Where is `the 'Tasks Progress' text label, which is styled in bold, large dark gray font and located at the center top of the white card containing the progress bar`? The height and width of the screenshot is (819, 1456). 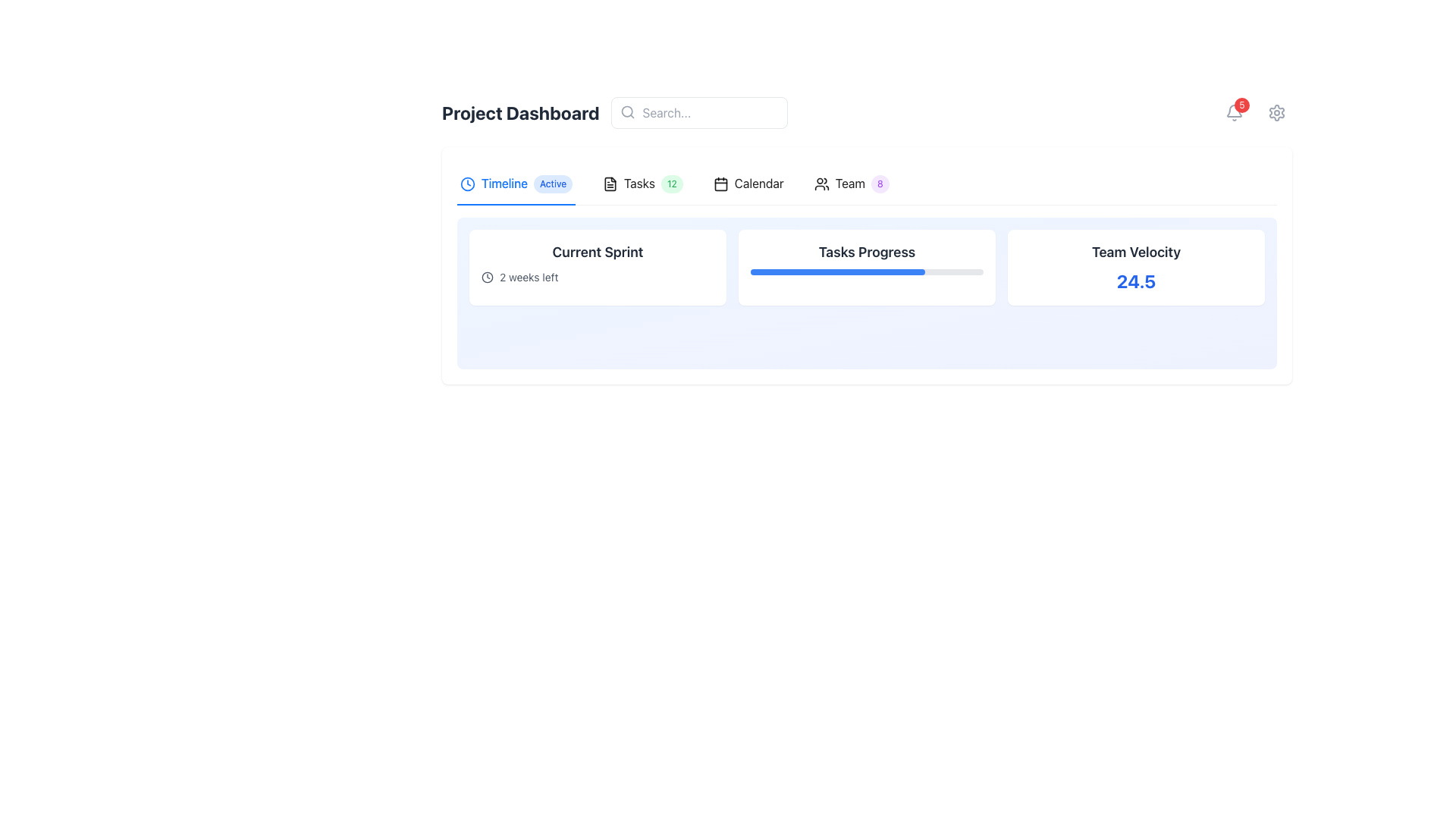 the 'Tasks Progress' text label, which is styled in bold, large dark gray font and located at the center top of the white card containing the progress bar is located at coordinates (867, 252).